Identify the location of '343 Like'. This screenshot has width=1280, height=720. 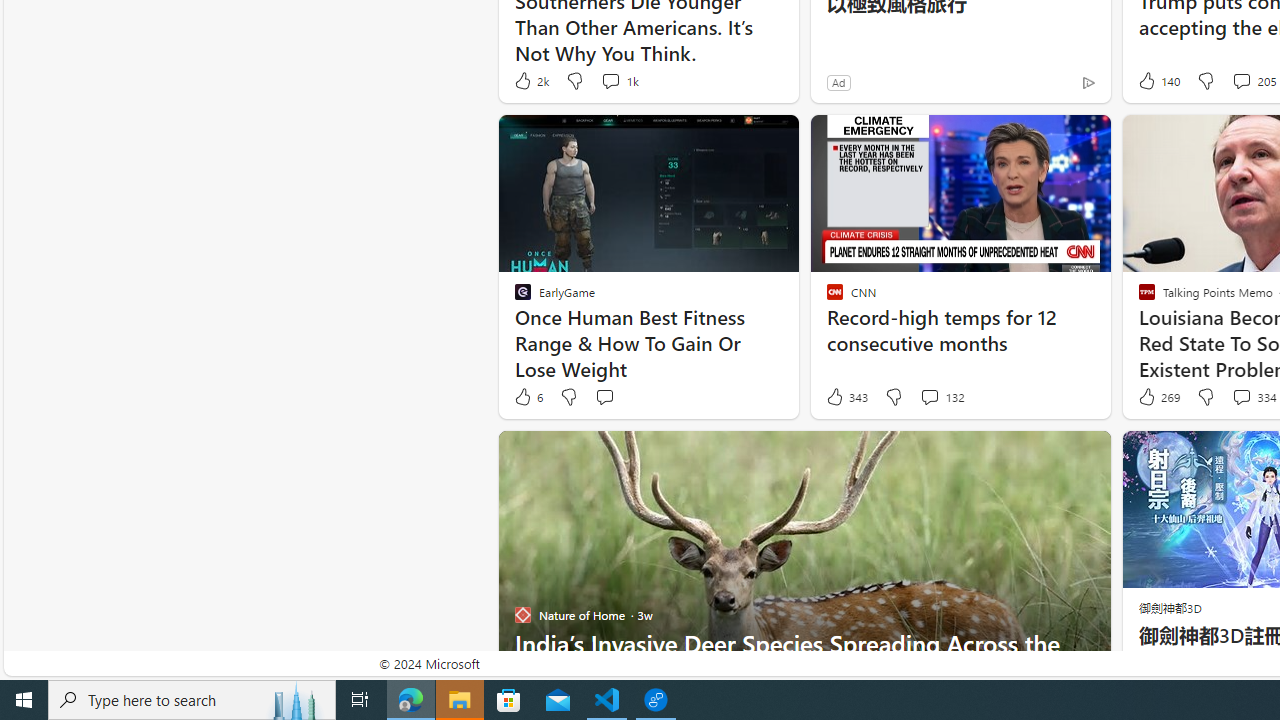
(846, 397).